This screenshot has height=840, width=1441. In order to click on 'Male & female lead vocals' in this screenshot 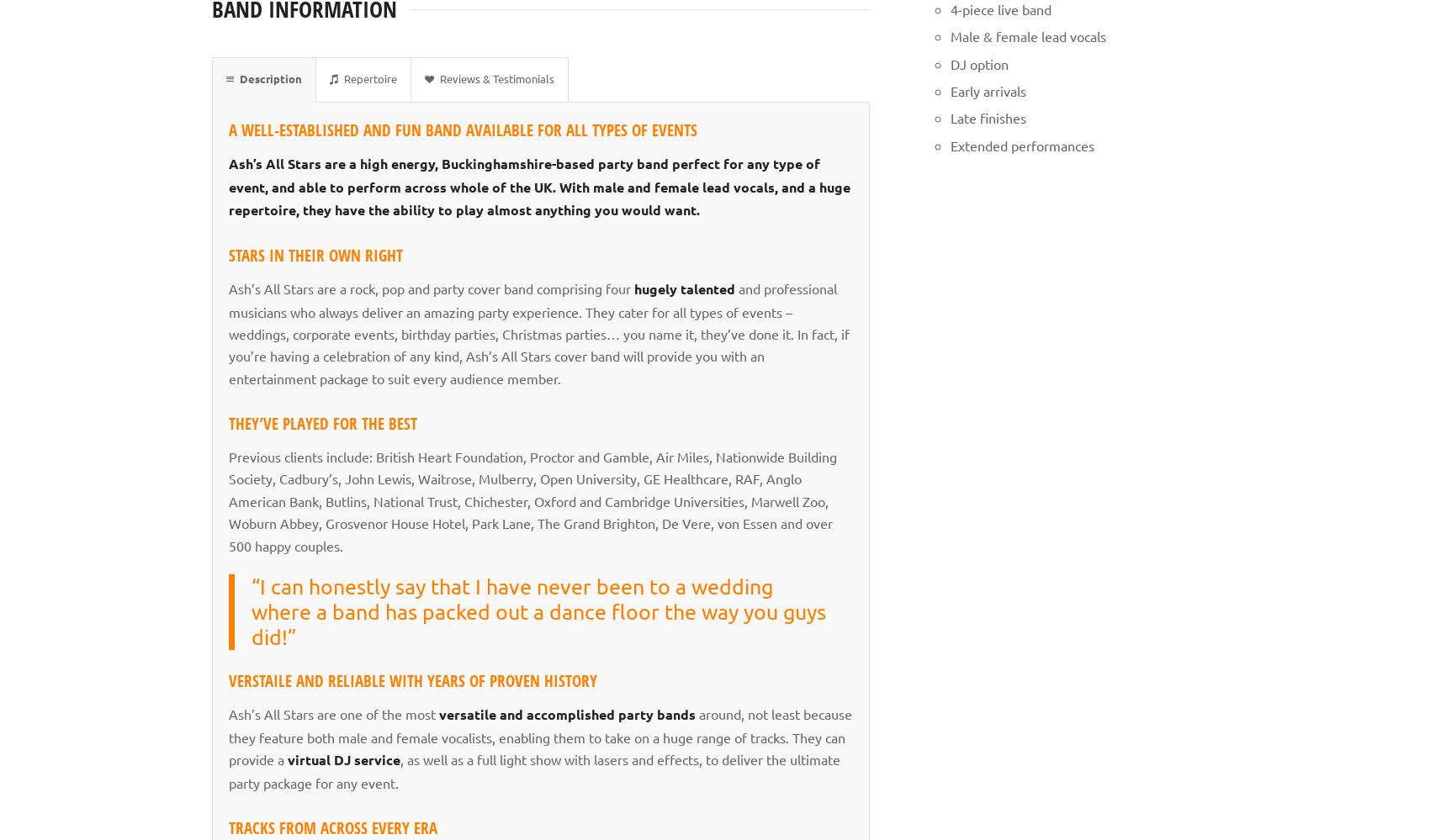, I will do `click(1027, 35)`.